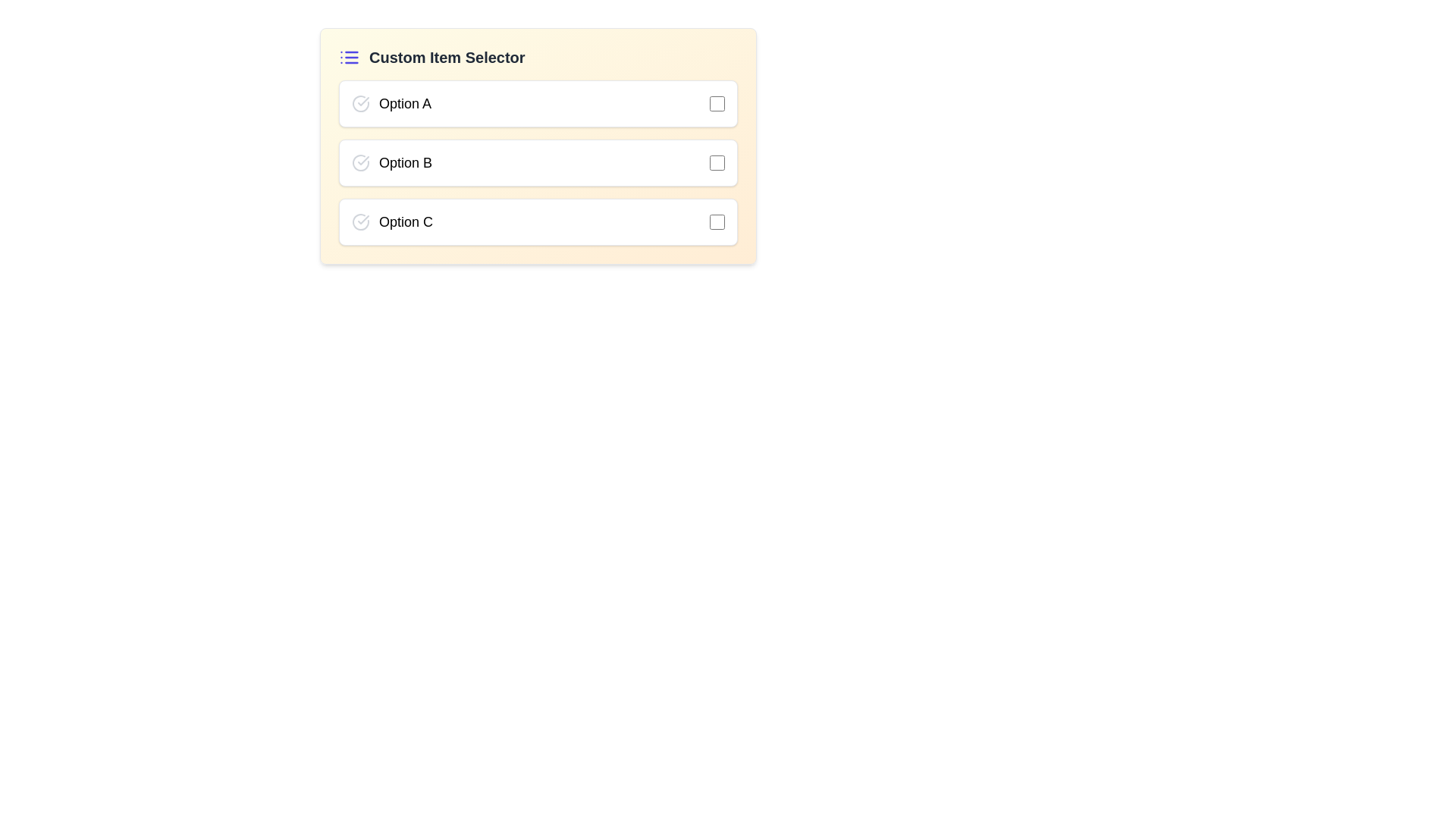 The width and height of the screenshot is (1456, 819). I want to click on the checkbox in the list of selectable options within the 'Custom Item Selector' card, so click(538, 163).